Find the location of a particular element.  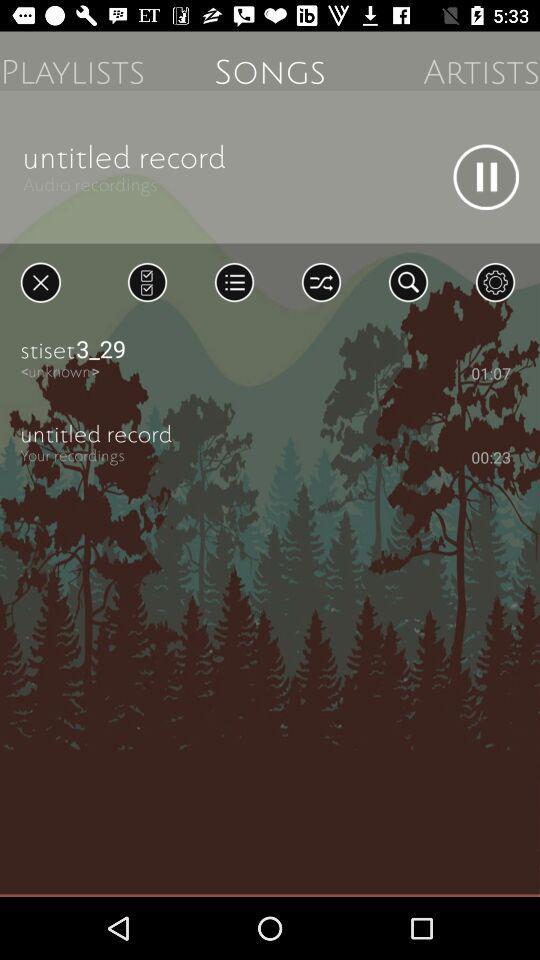

search the playlists is located at coordinates (407, 281).